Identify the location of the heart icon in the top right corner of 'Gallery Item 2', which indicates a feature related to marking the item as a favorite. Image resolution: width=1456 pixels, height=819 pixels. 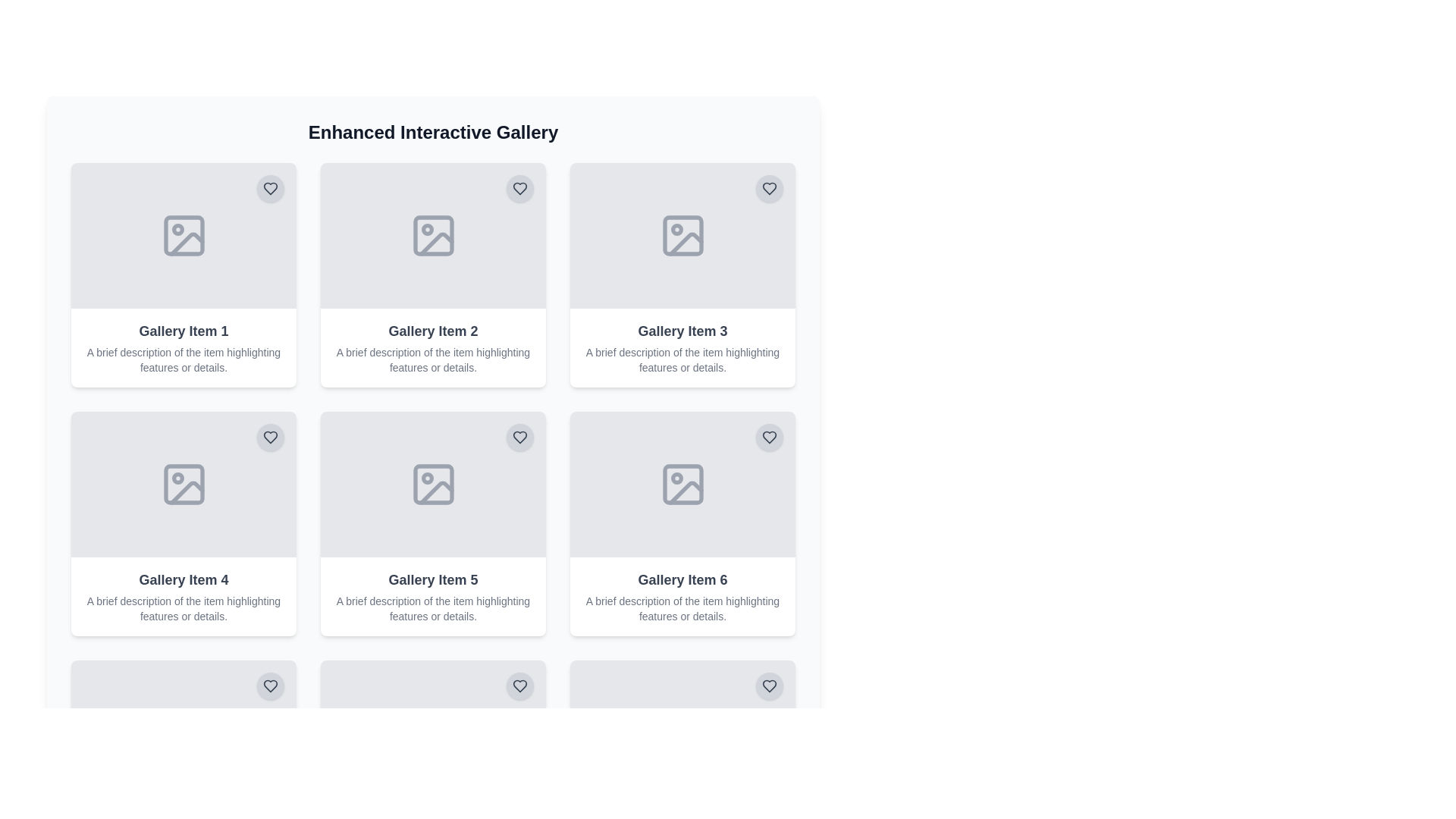
(520, 188).